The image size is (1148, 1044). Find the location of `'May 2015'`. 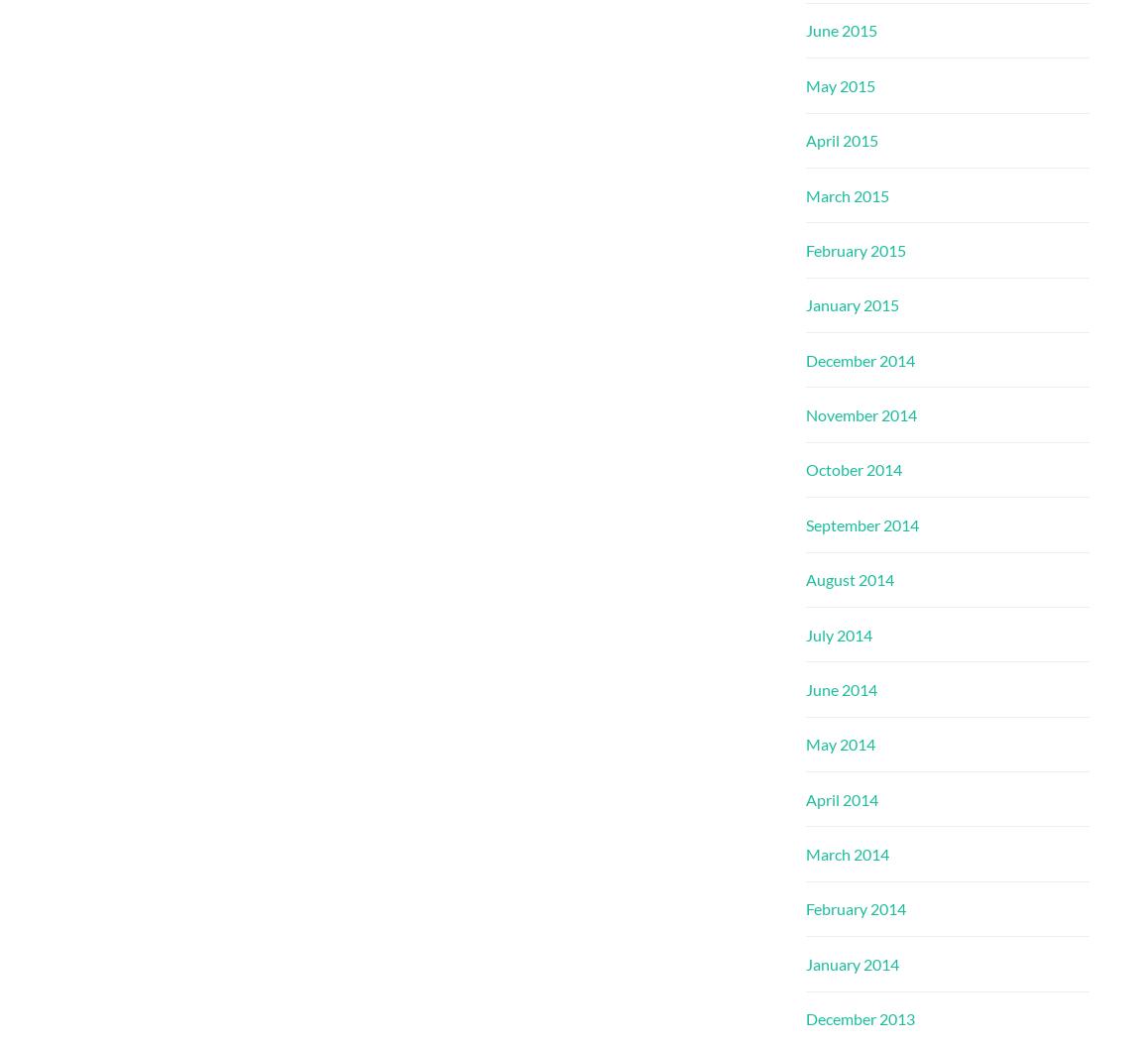

'May 2015' is located at coordinates (840, 83).